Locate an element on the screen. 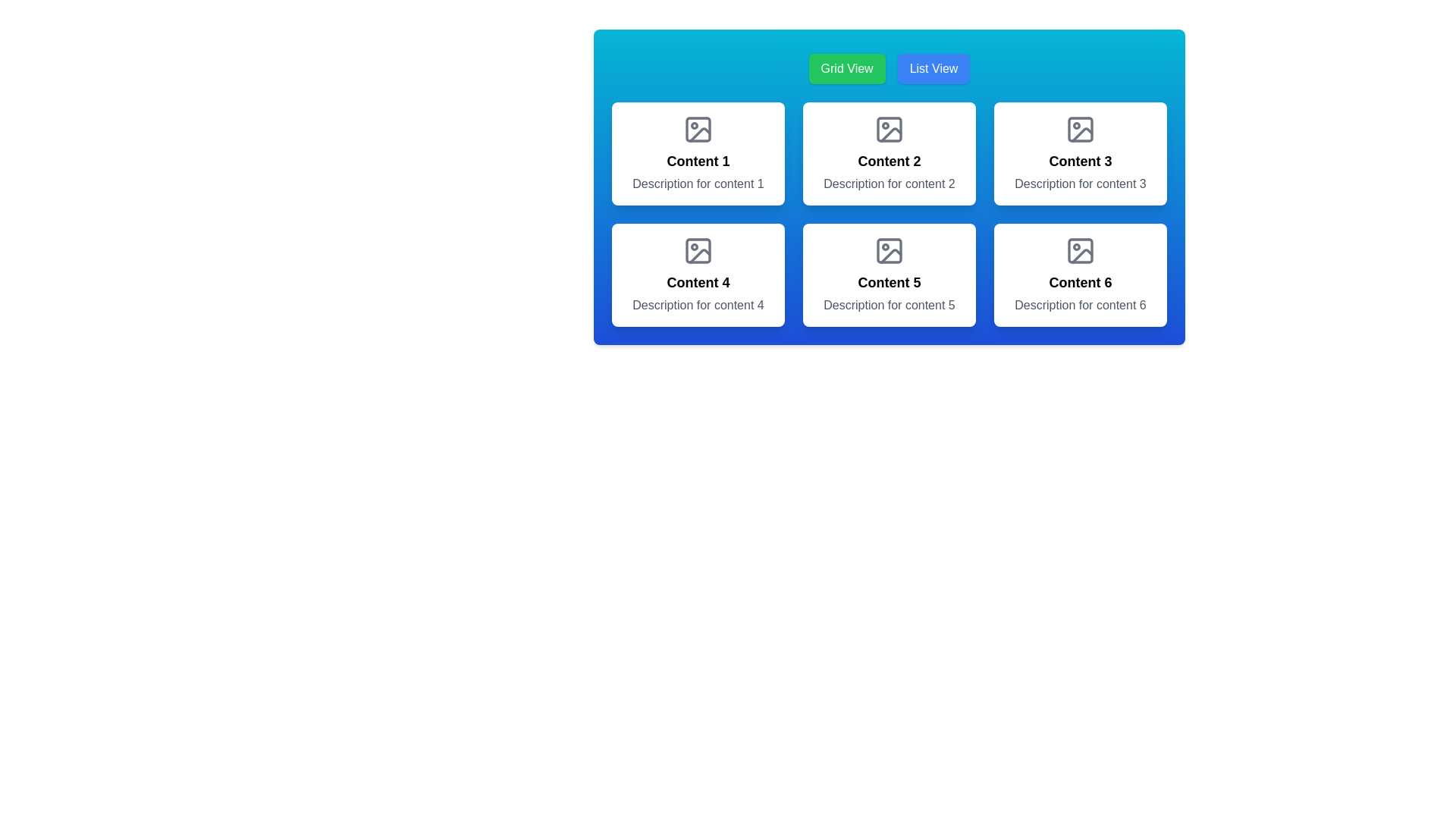  the 'Content 2' text label, which is styled with bold, large font size and is centered within a card-like structure located in the top-middle part of a 3x2 grid layout is located at coordinates (889, 161).